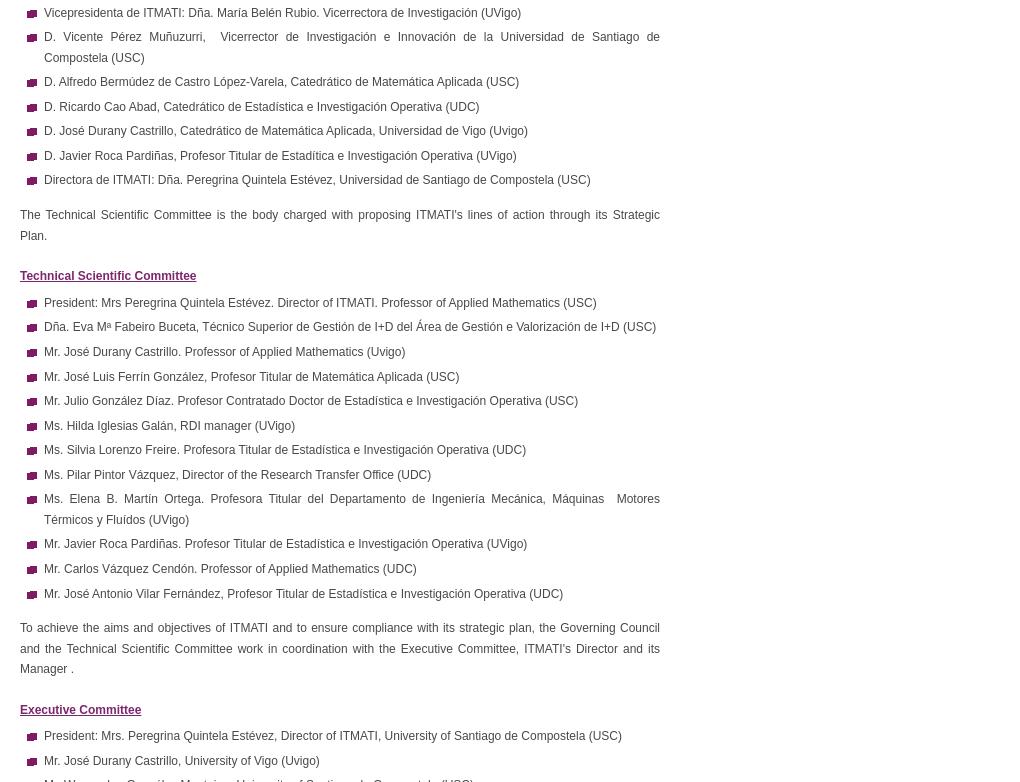 This screenshot has width=1020, height=782. What do you see at coordinates (224, 349) in the screenshot?
I see `'Mr. José Durany Castrillo. Professor of Applied Mathematics (Uvigo)'` at bounding box center [224, 349].